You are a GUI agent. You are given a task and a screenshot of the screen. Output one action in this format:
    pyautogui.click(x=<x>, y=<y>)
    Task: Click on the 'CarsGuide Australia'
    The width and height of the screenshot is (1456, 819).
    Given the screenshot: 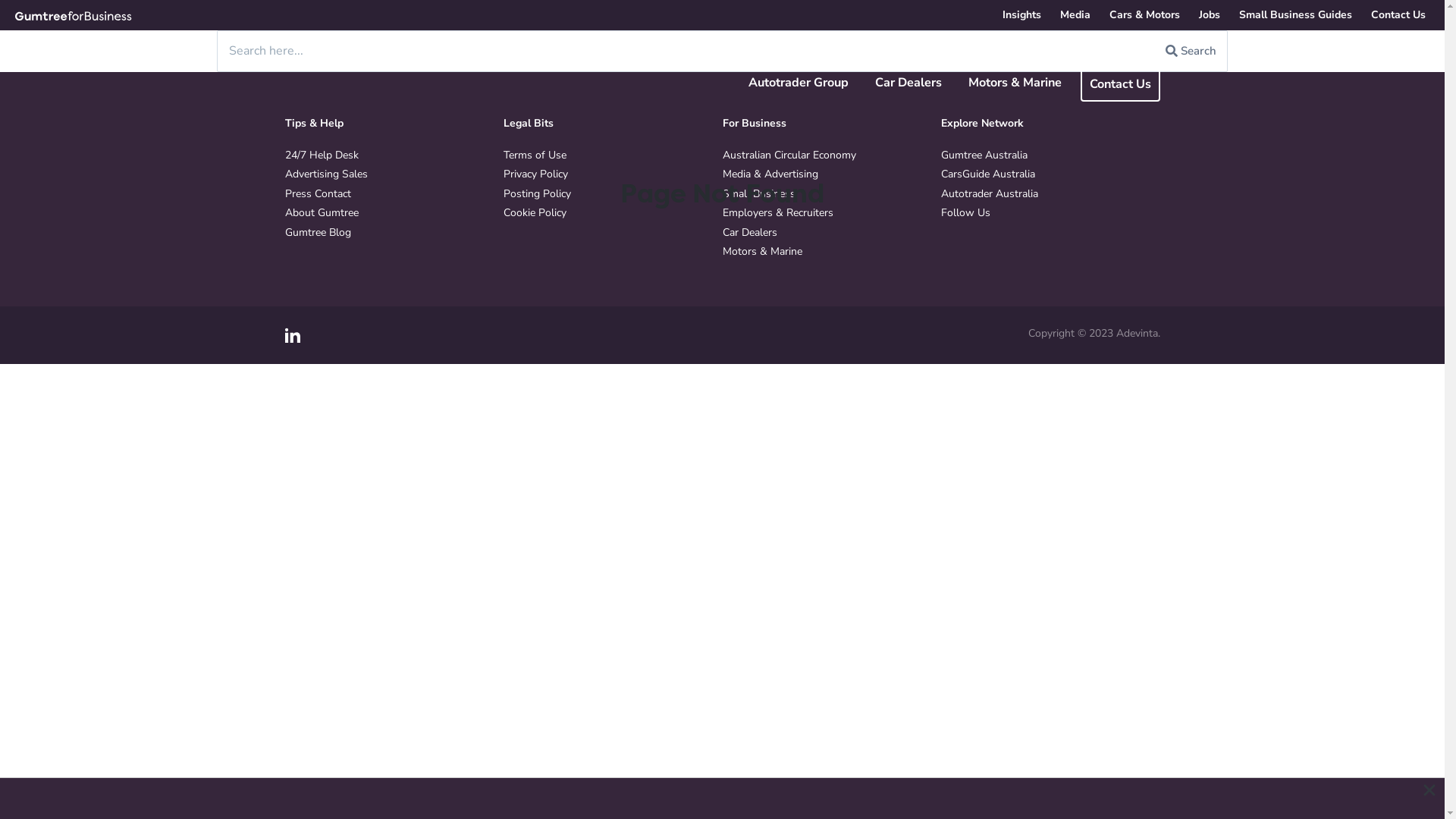 What is the action you would take?
    pyautogui.click(x=987, y=173)
    